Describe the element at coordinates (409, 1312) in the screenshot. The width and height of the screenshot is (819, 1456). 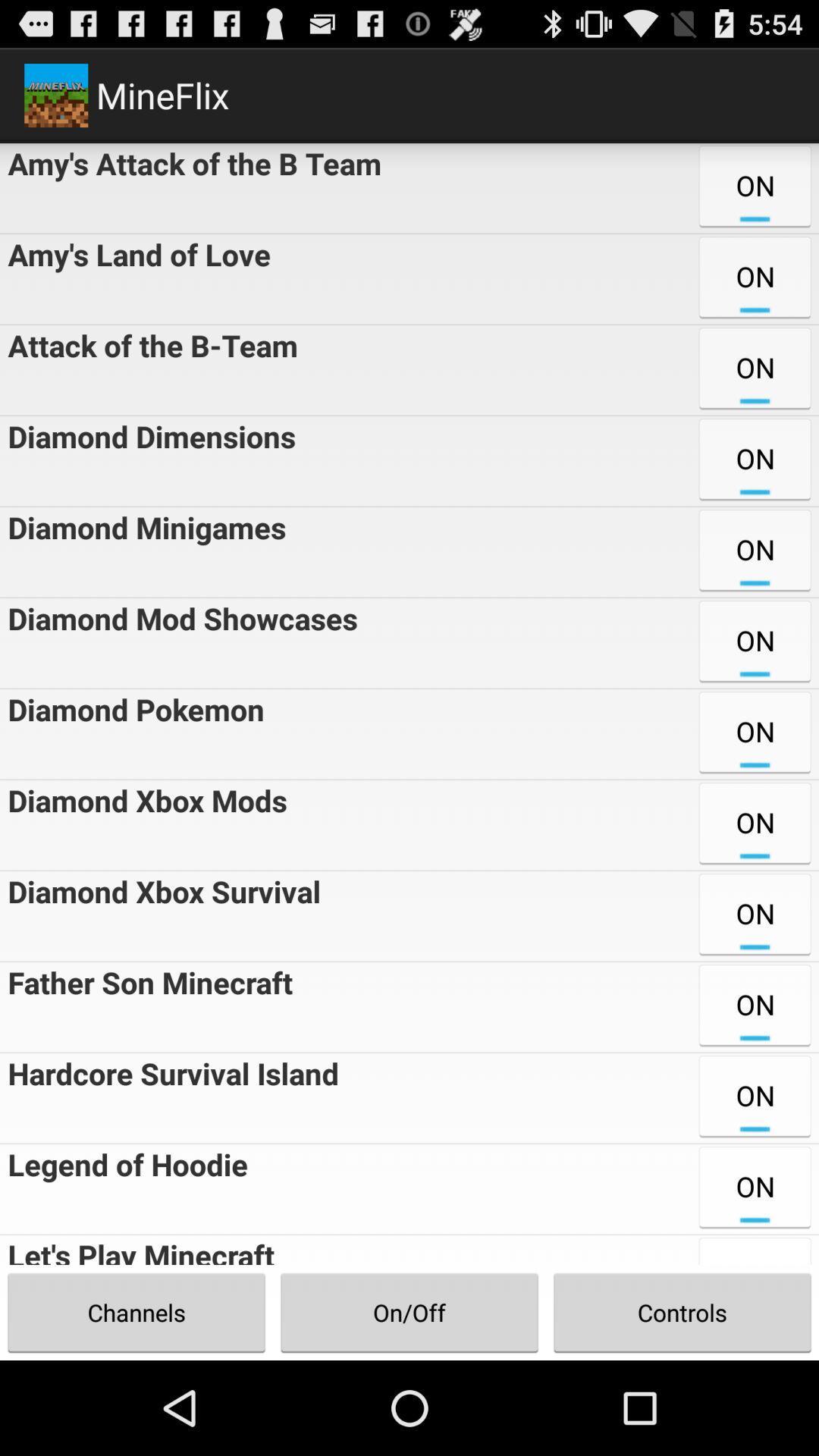
I see `button next to controls icon` at that location.